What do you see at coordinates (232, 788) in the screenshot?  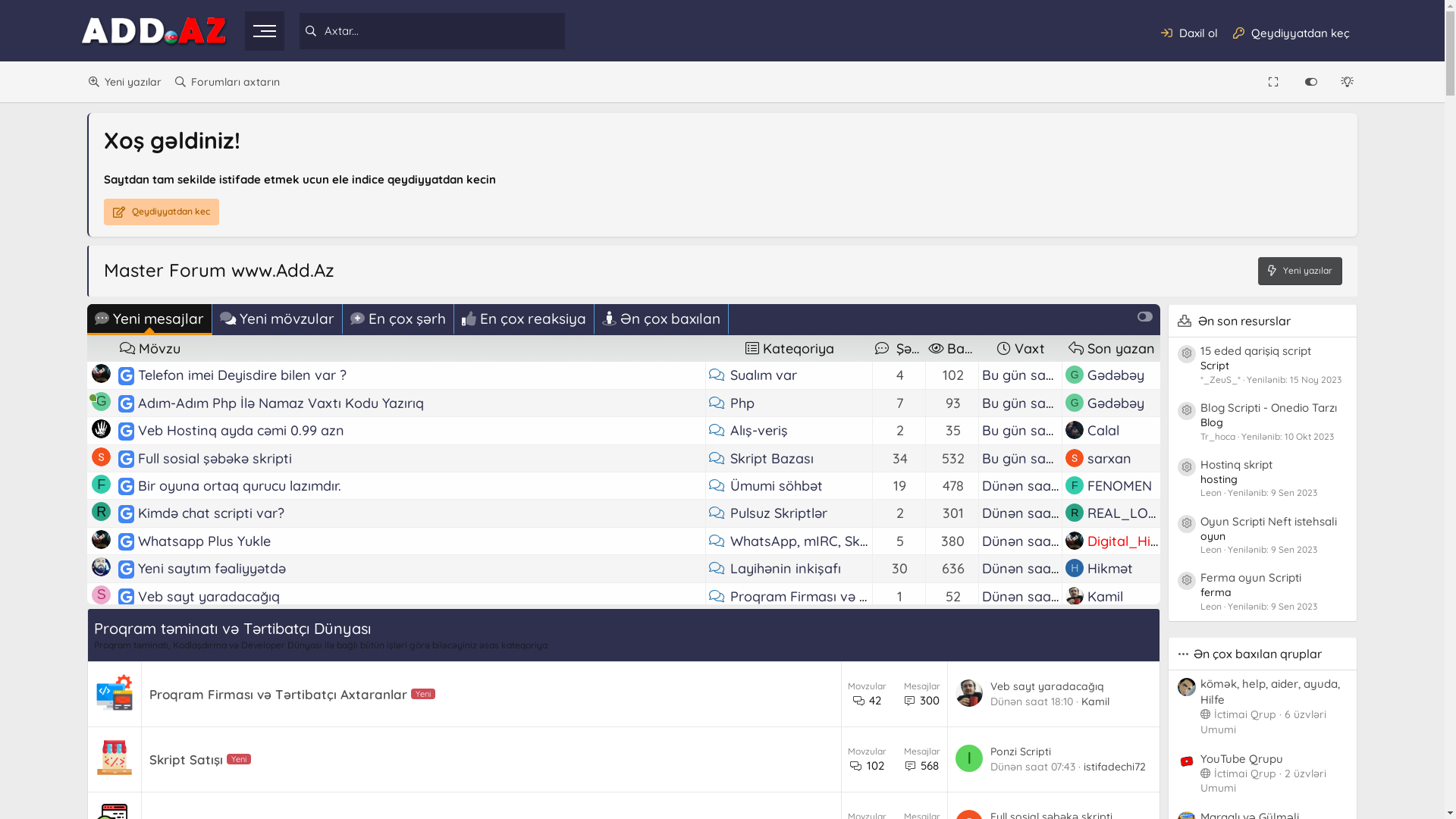 I see `'Metinlerin translate olunmasi.'` at bounding box center [232, 788].